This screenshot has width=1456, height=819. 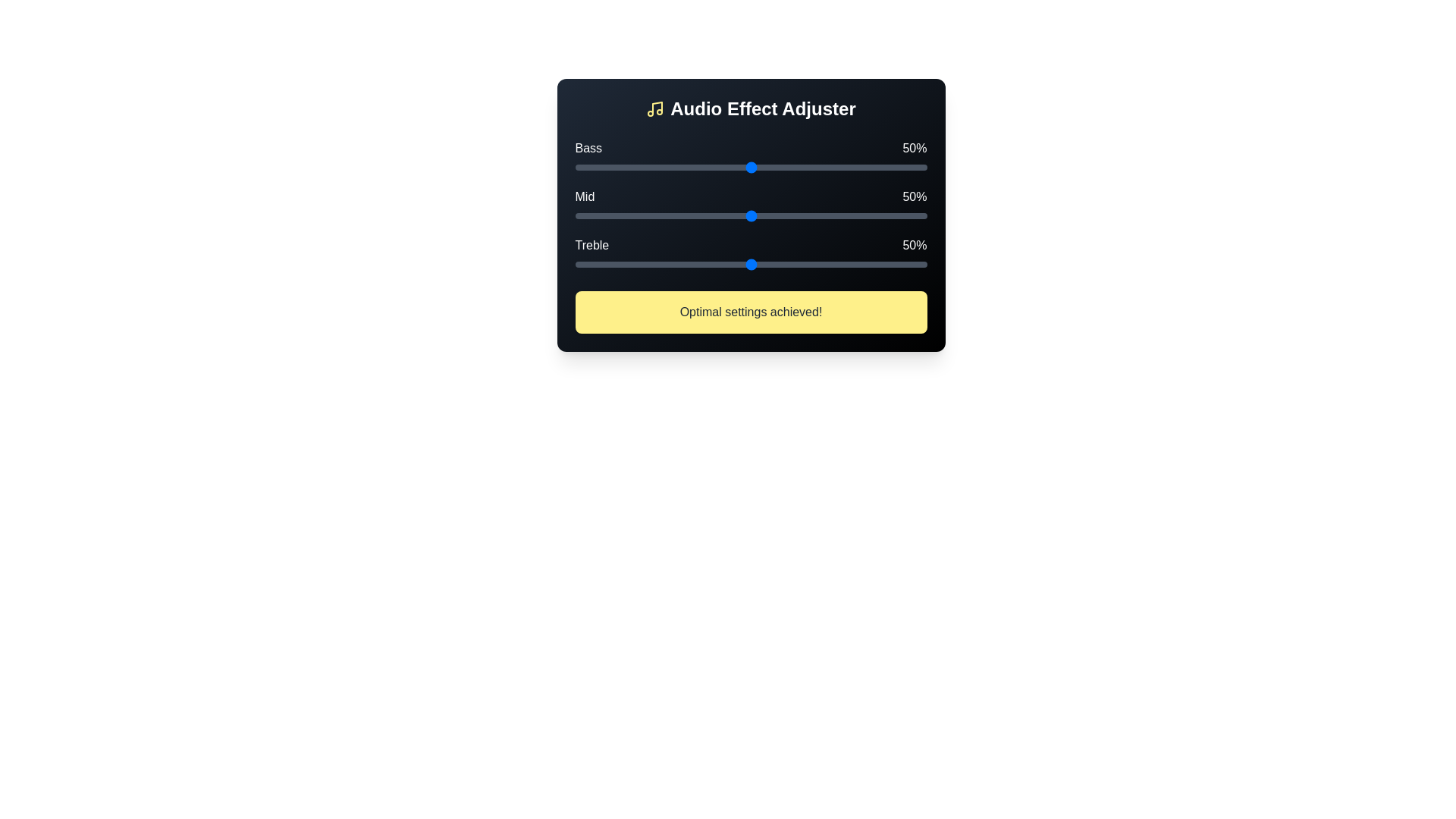 What do you see at coordinates (740, 167) in the screenshot?
I see `the Bass slider to 47% by clicking on the slider track` at bounding box center [740, 167].